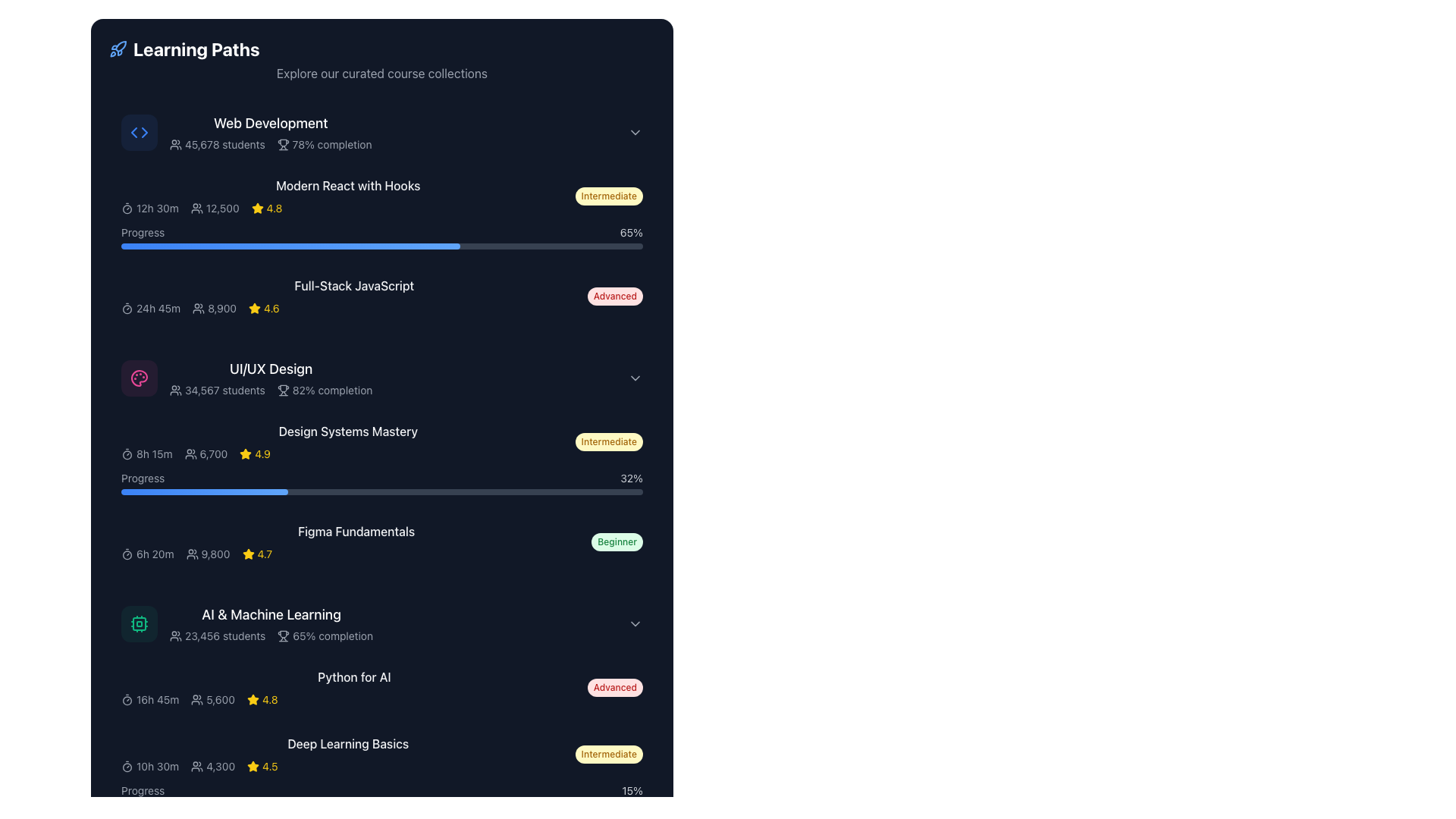 Image resolution: width=1456 pixels, height=819 pixels. I want to click on the displayed information on the Information Display Panel located below the title of the 'Modern React with Hooks' course section, so click(347, 208).